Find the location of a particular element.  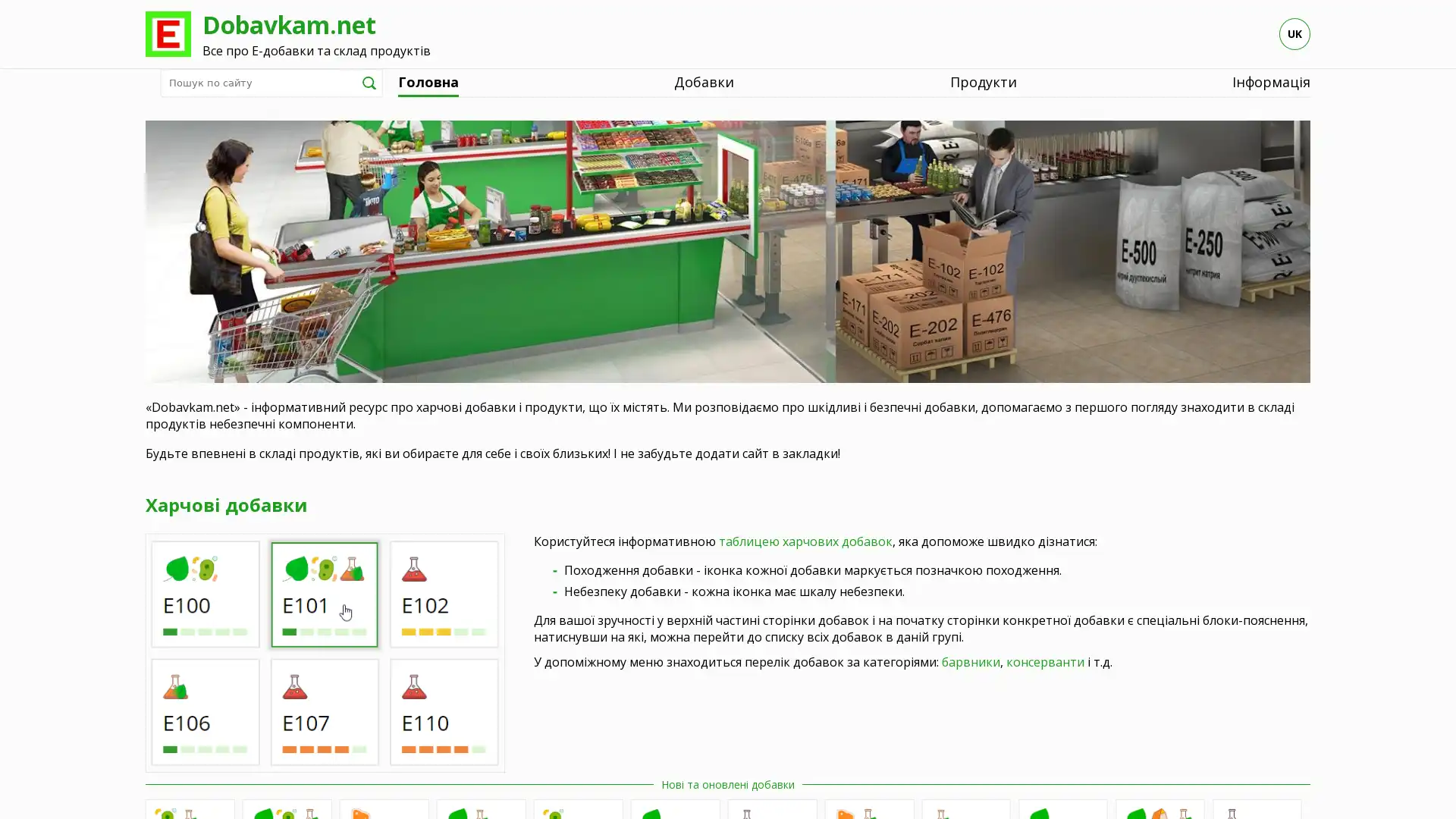

Apply is located at coordinates (369, 82).